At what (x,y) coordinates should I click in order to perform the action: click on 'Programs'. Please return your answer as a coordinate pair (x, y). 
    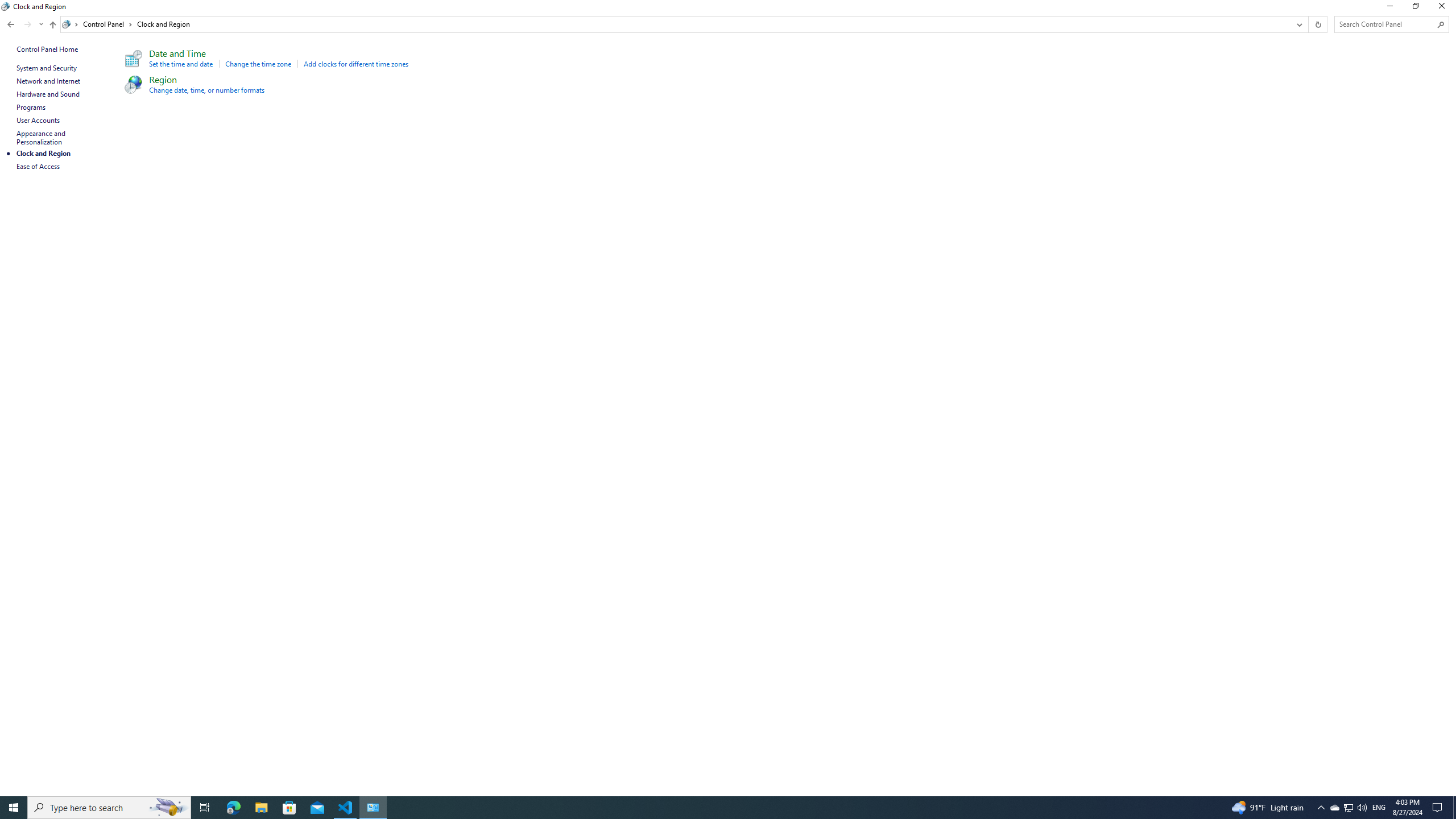
    Looking at the image, I should click on (31, 106).